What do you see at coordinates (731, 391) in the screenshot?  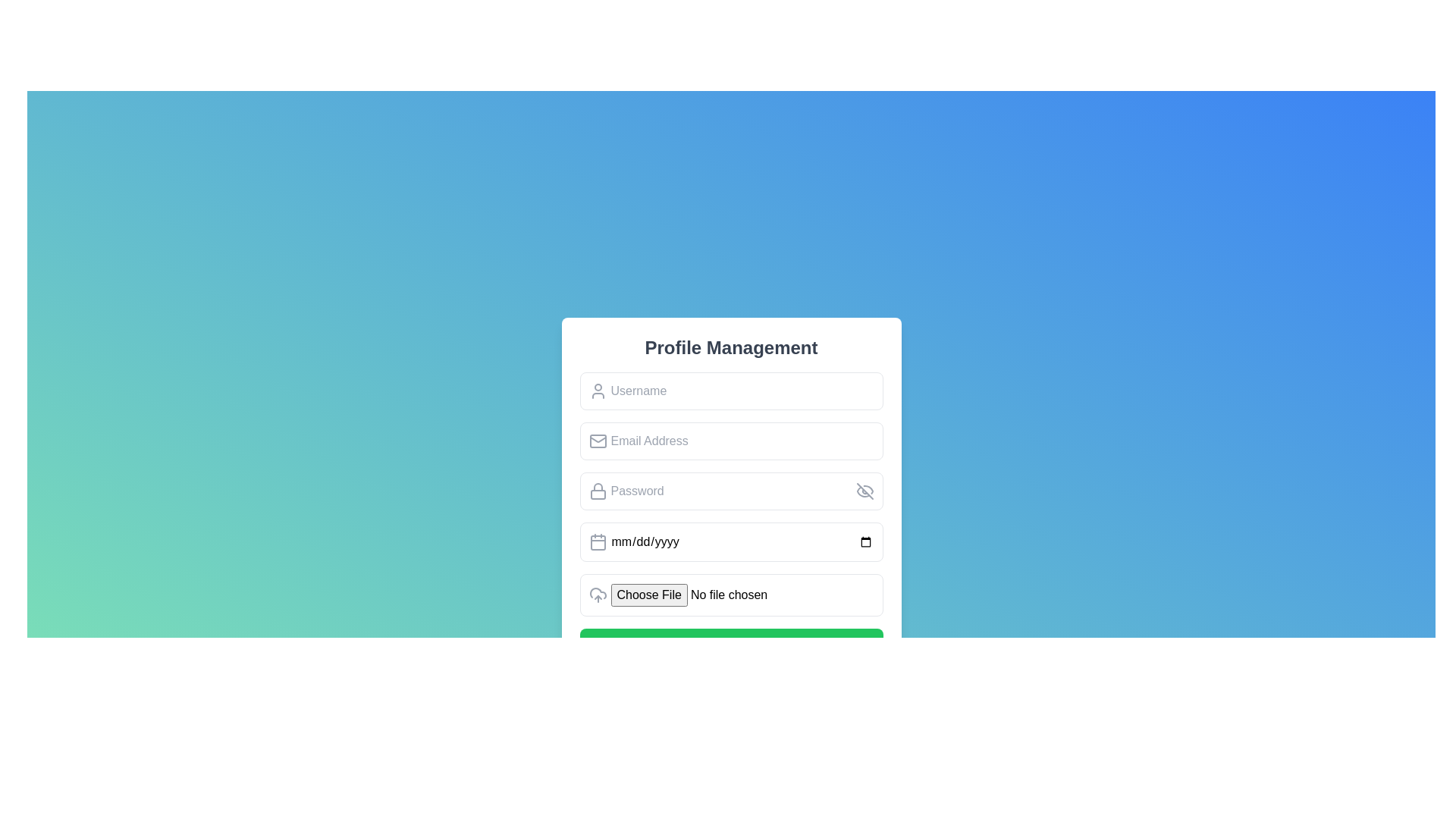 I see `the username input field located in the 'Profile Management' panel to focus on it` at bounding box center [731, 391].